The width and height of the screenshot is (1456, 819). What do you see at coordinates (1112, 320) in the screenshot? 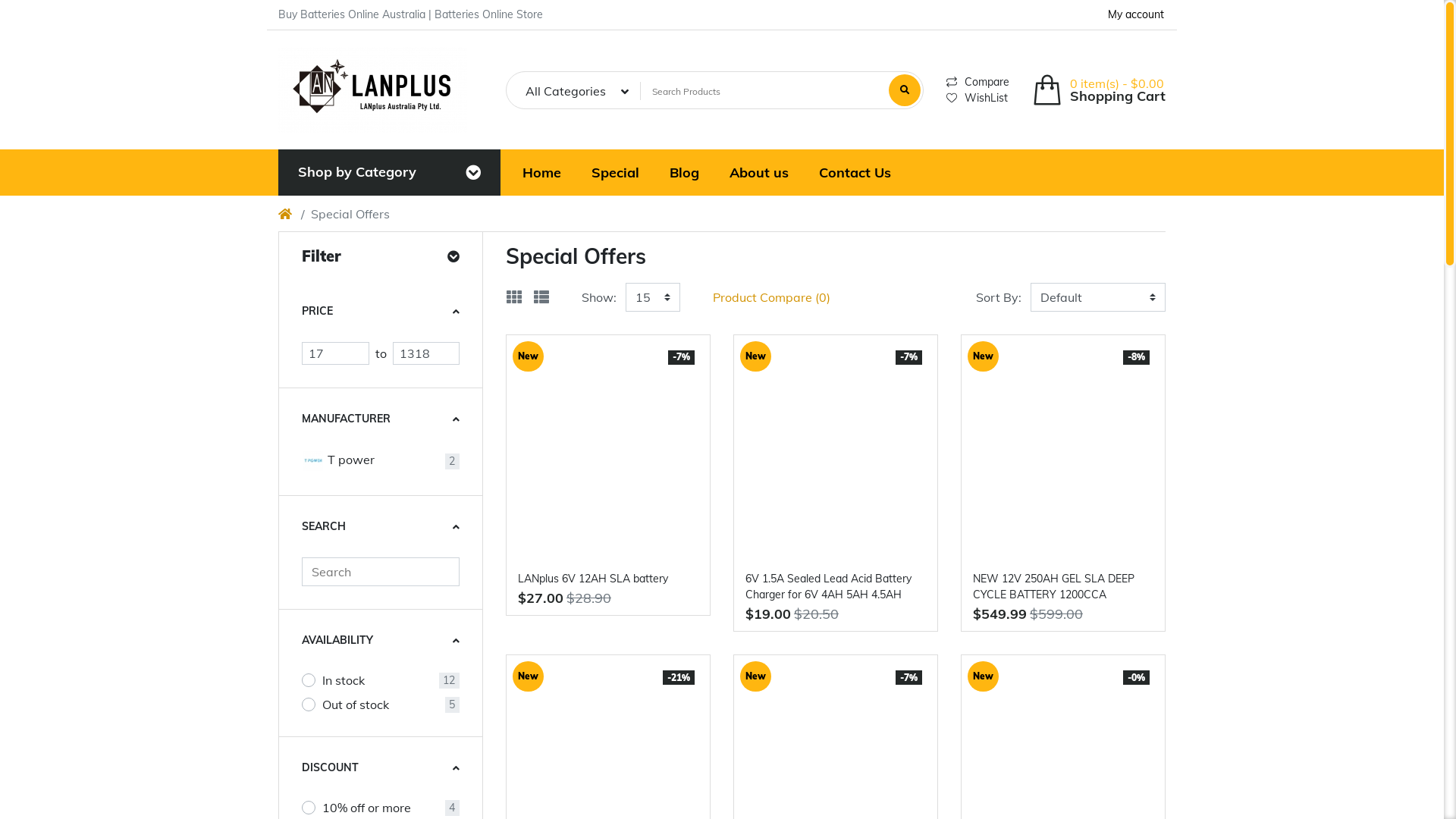
I see `'Compare this Product'` at bounding box center [1112, 320].